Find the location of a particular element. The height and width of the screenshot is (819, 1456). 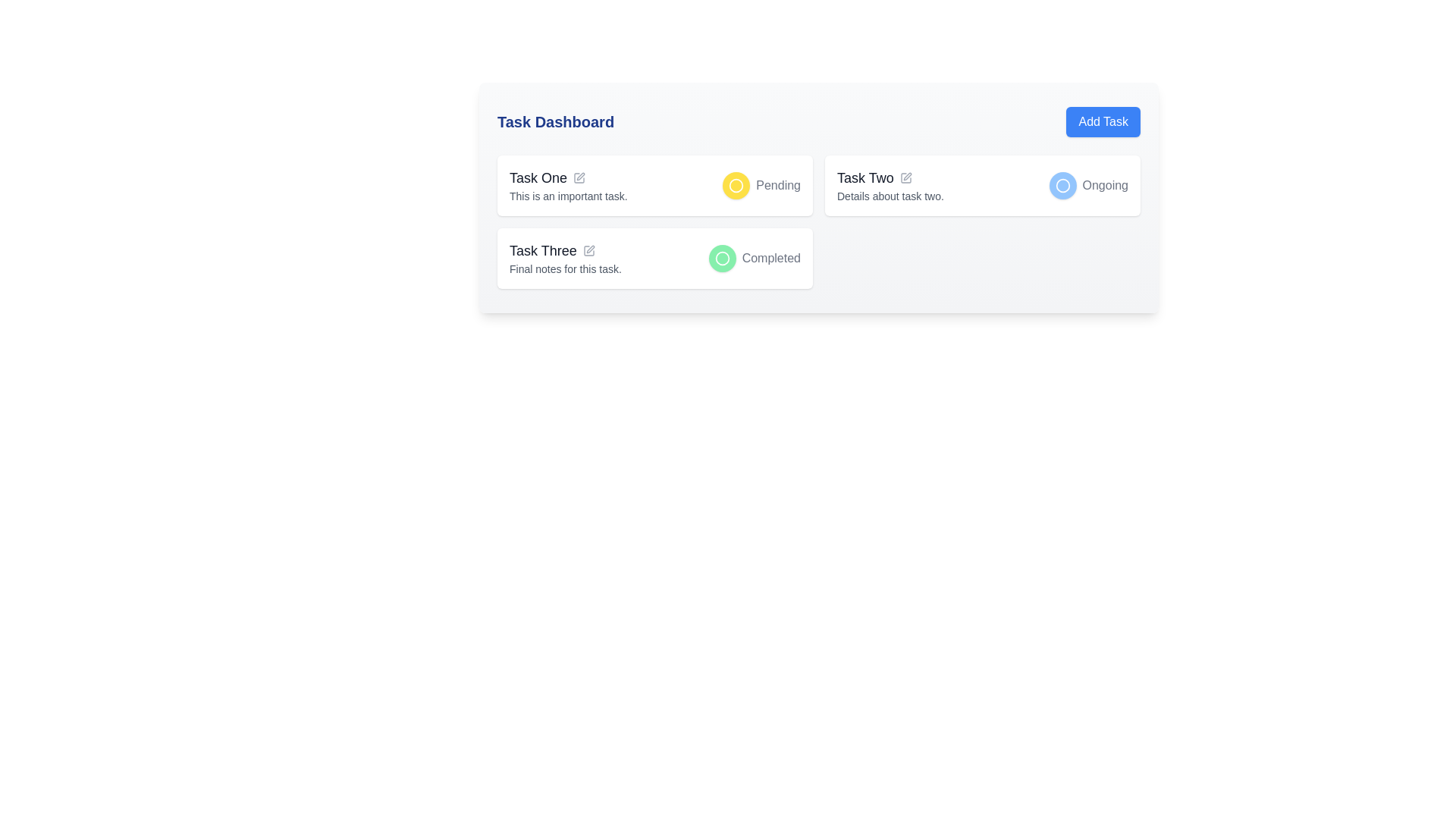

the status indicator icon located to the left of the 'Ongoing' label, which is part of the rounded blue button for 'Task Two' is located at coordinates (1062, 185).